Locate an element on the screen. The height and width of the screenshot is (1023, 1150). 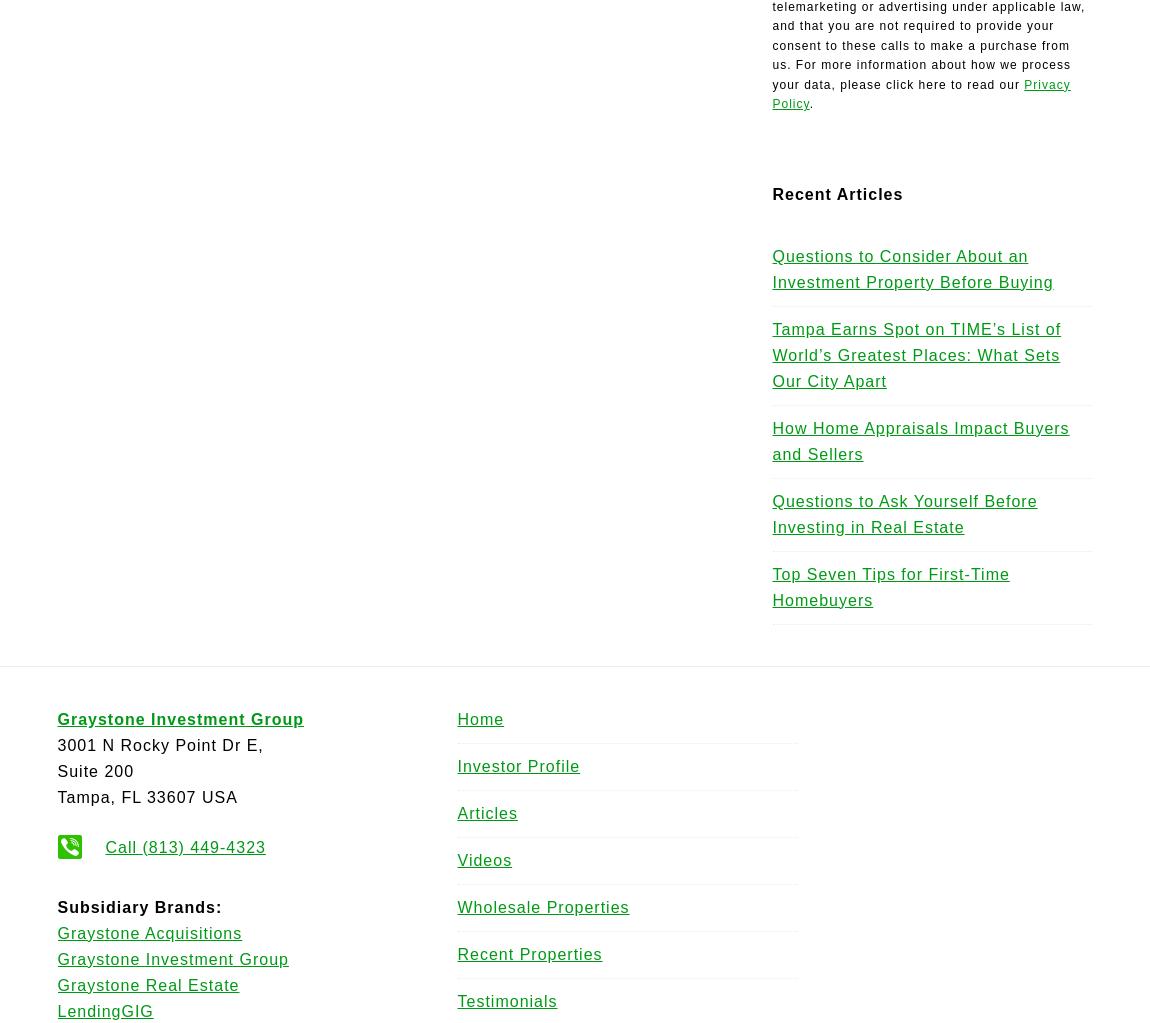
'Investor Profile' is located at coordinates (518, 764).